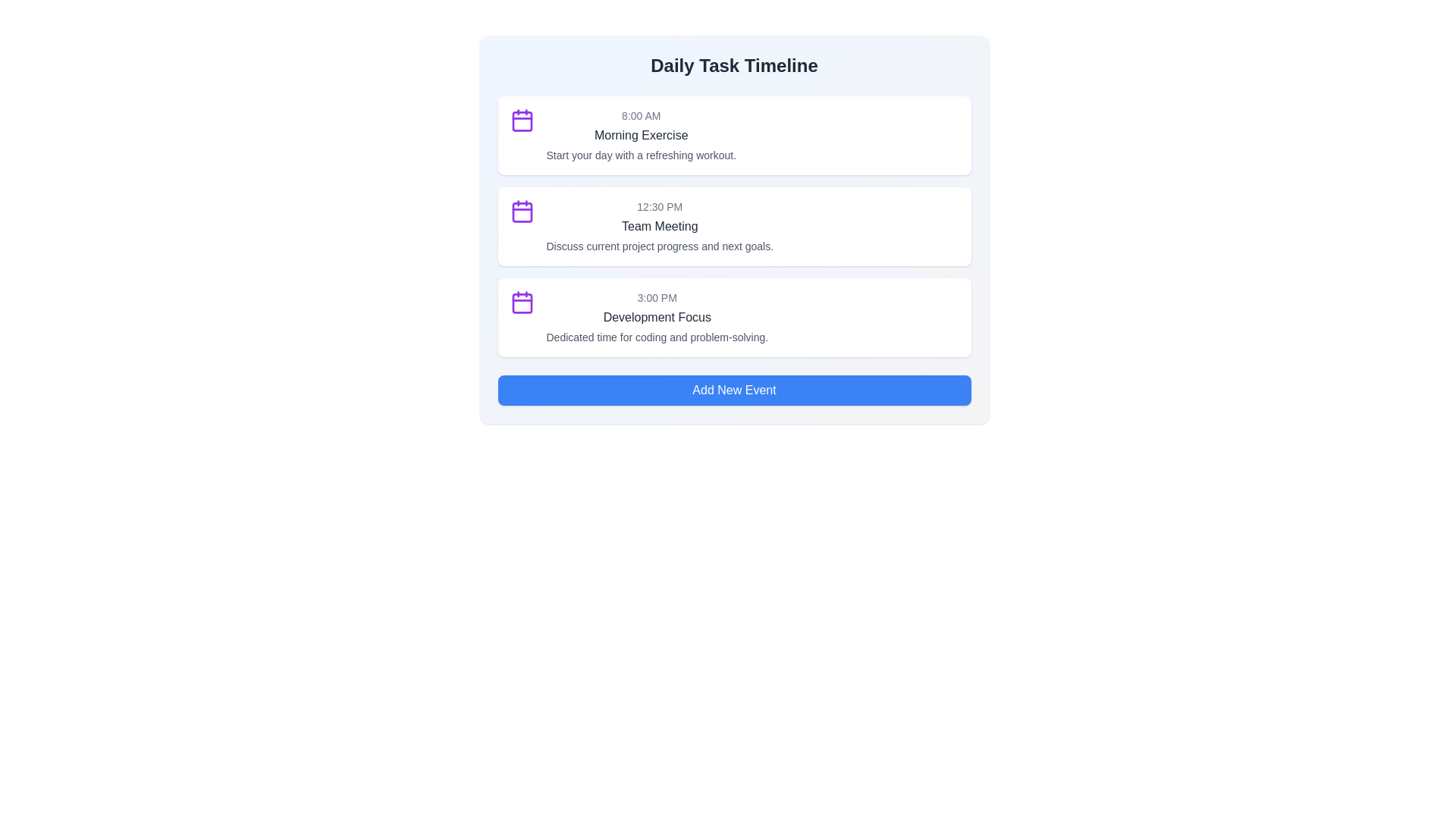  Describe the element at coordinates (657, 317) in the screenshot. I see `the 'Development Focus' informational card in the Daily Task Timeline` at that location.